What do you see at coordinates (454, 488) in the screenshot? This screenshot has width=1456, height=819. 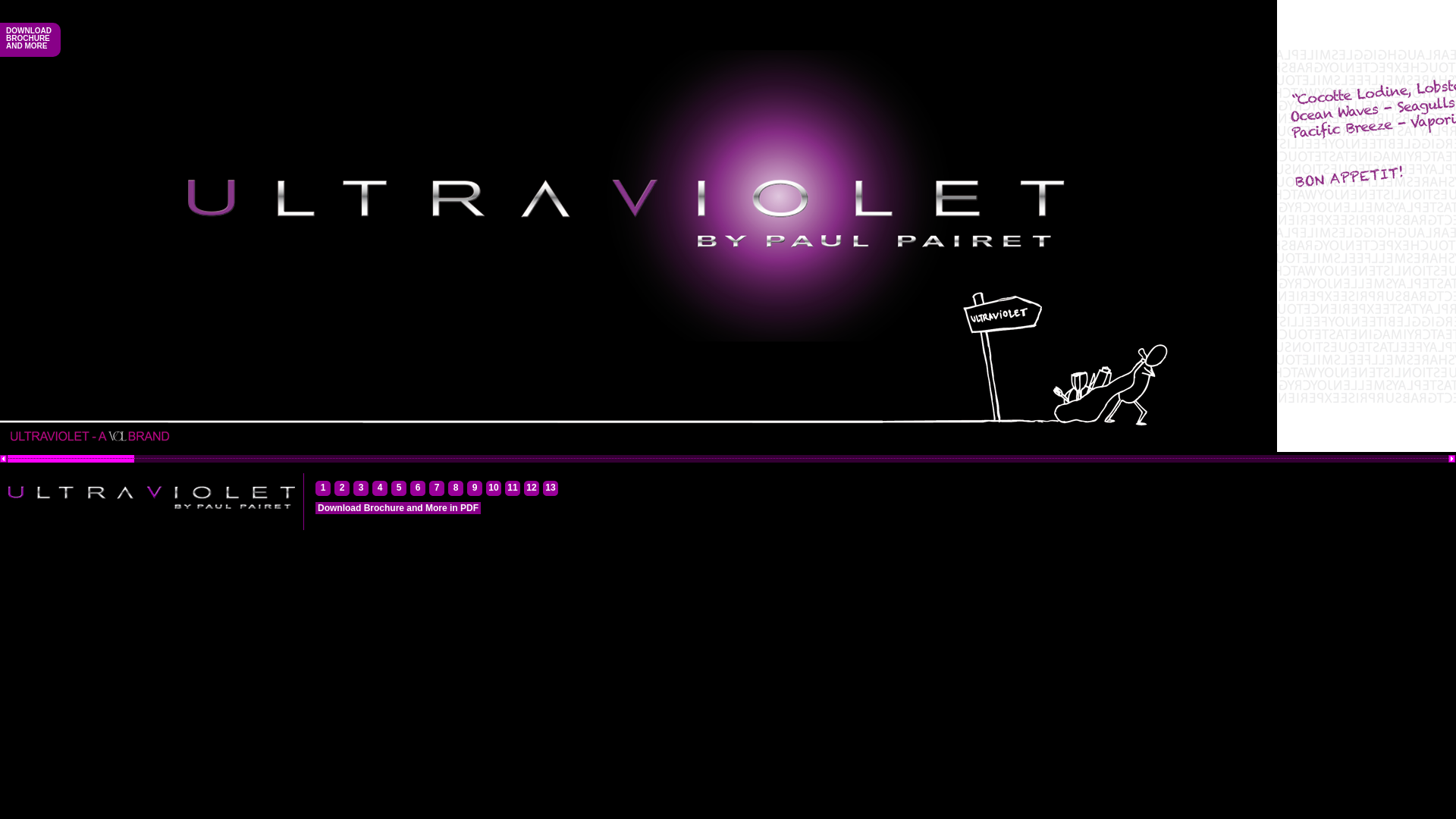 I see `'8'` at bounding box center [454, 488].